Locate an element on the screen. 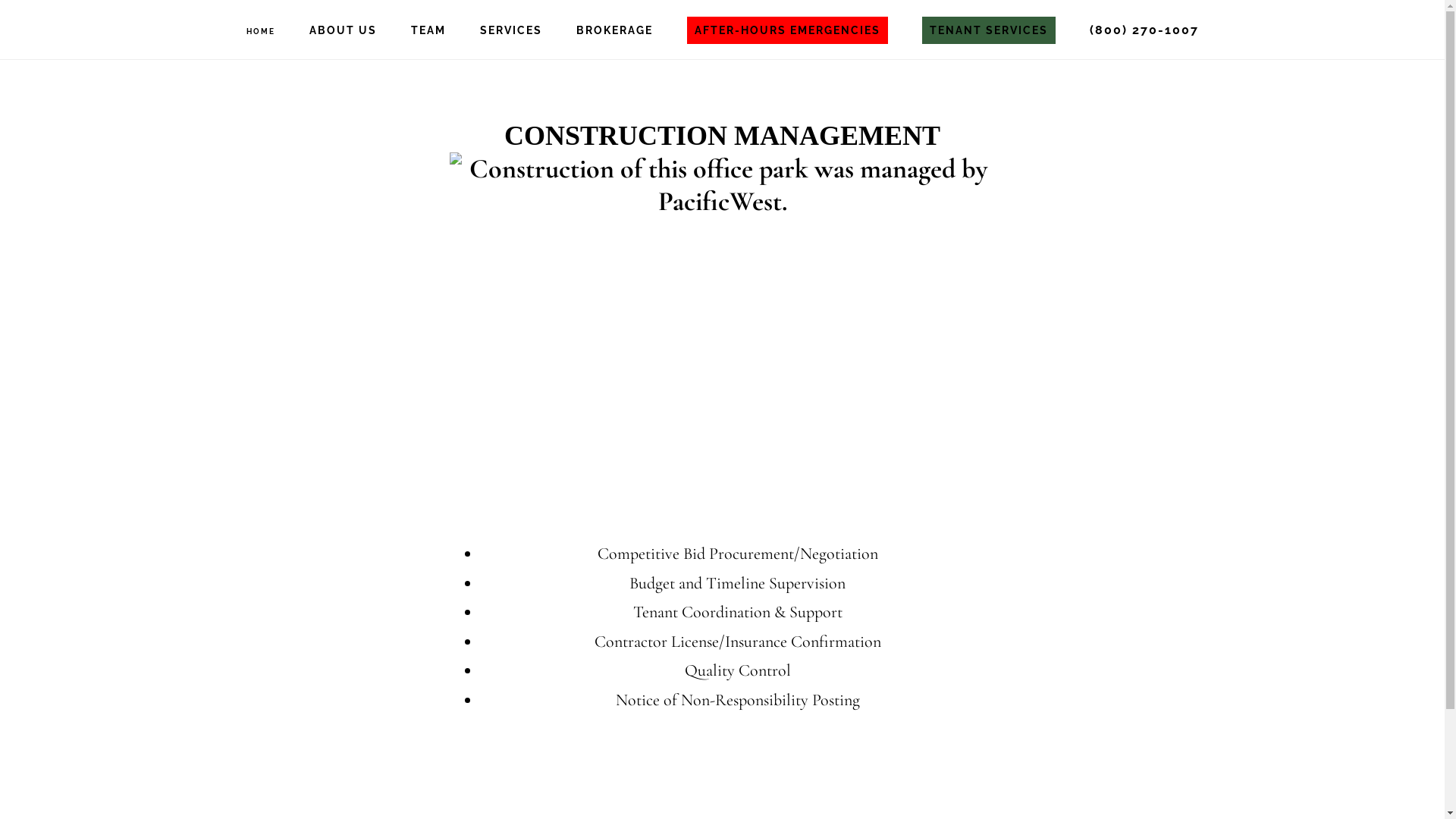  '(800) 270-1007' is located at coordinates (1143, 30).